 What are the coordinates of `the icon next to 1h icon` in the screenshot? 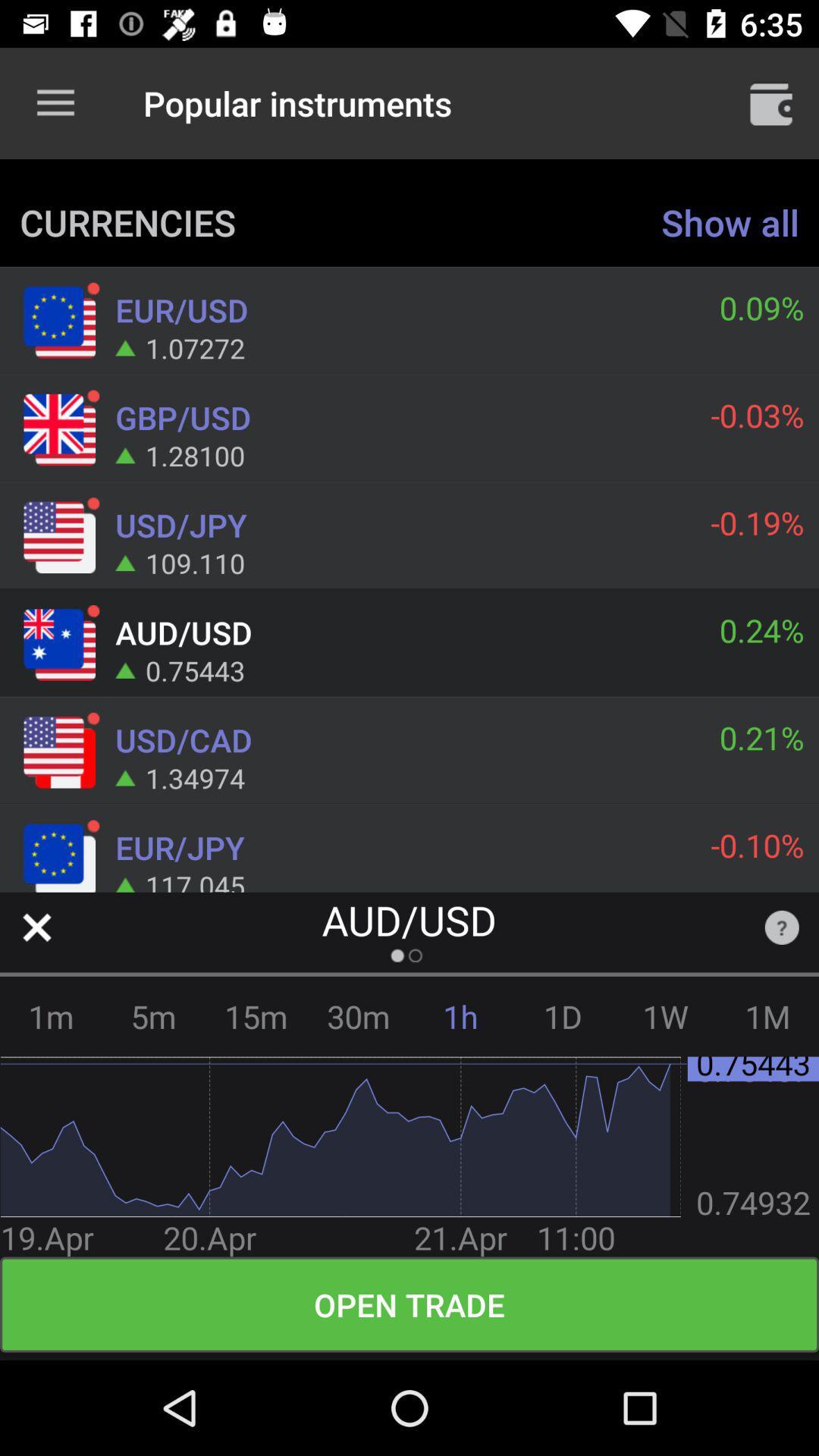 It's located at (358, 1016).